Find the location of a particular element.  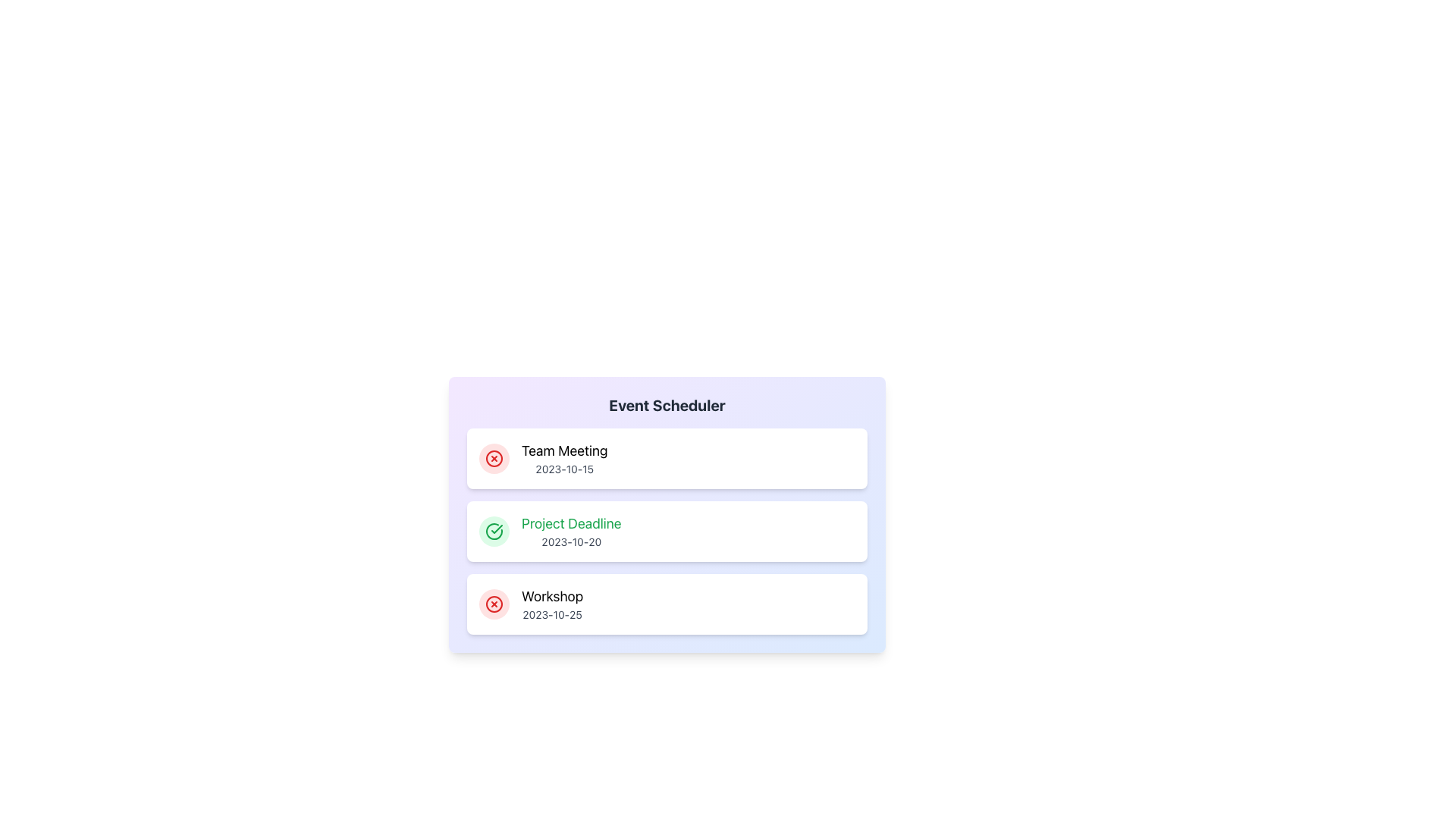

text information displayed in the 'Workshop' text block with the date '2023-10-25', positioned within the third item of the 'Event Scheduler' section is located at coordinates (531, 604).